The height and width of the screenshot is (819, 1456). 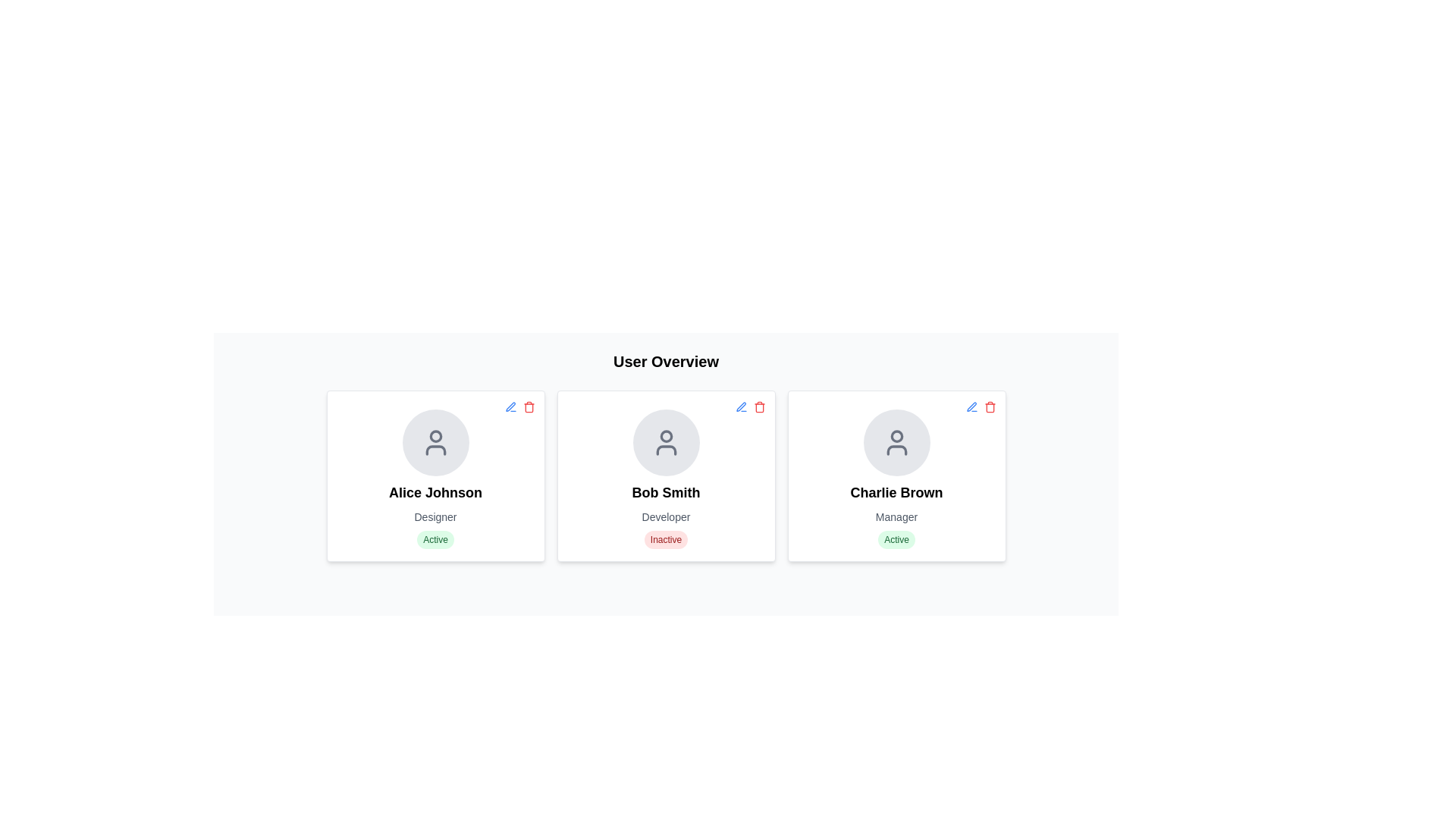 I want to click on text on the Status badge indicating the user's status, which is located at the bottom center of the card labeled 'Charlie Brown Manager', so click(x=896, y=539).